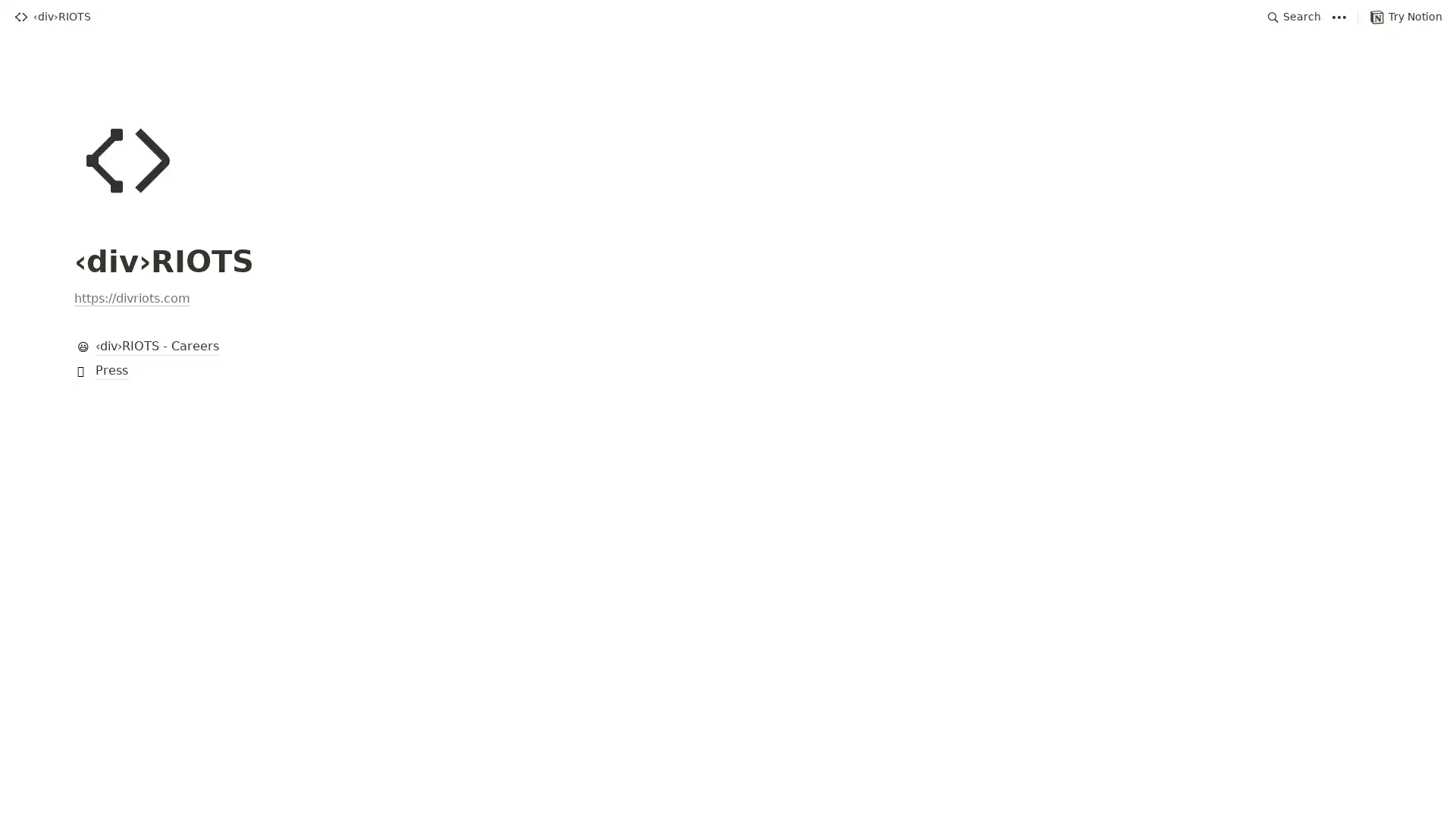 The height and width of the screenshot is (819, 1456). I want to click on divRIOTS, so click(52, 17).